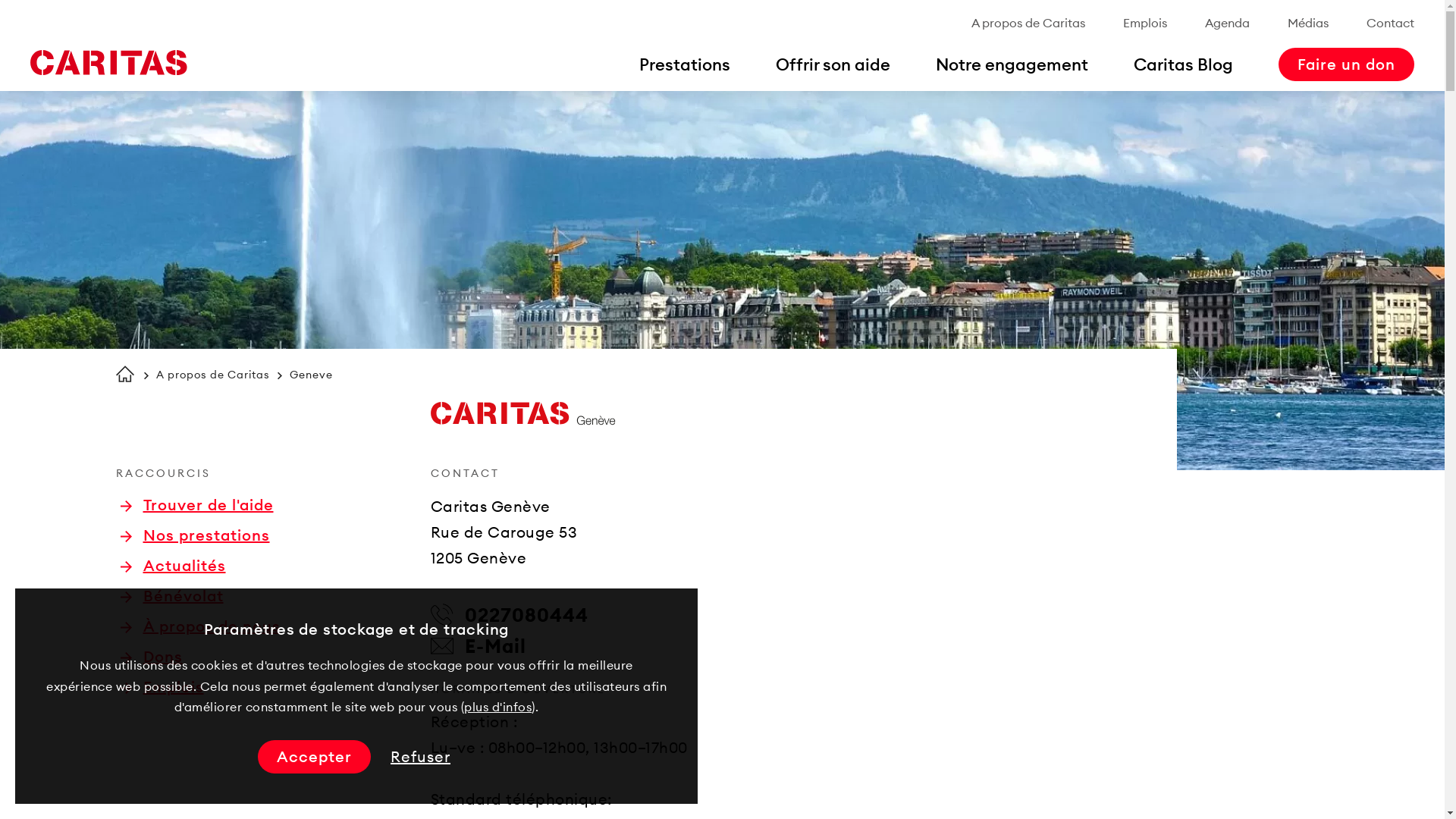 This screenshot has width=1456, height=819. I want to click on 'Accepter', so click(313, 757).